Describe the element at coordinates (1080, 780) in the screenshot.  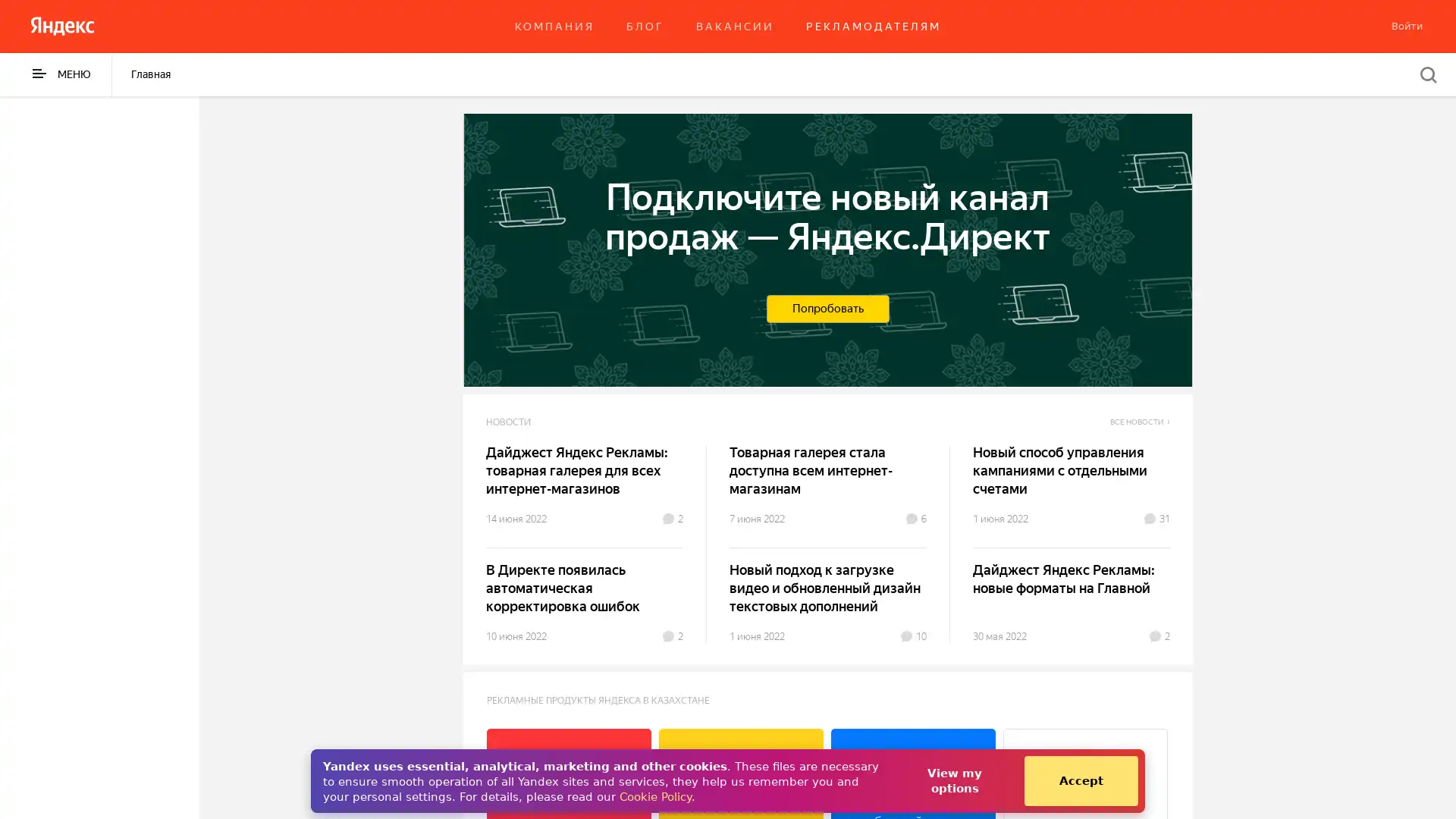
I see `Accept` at that location.